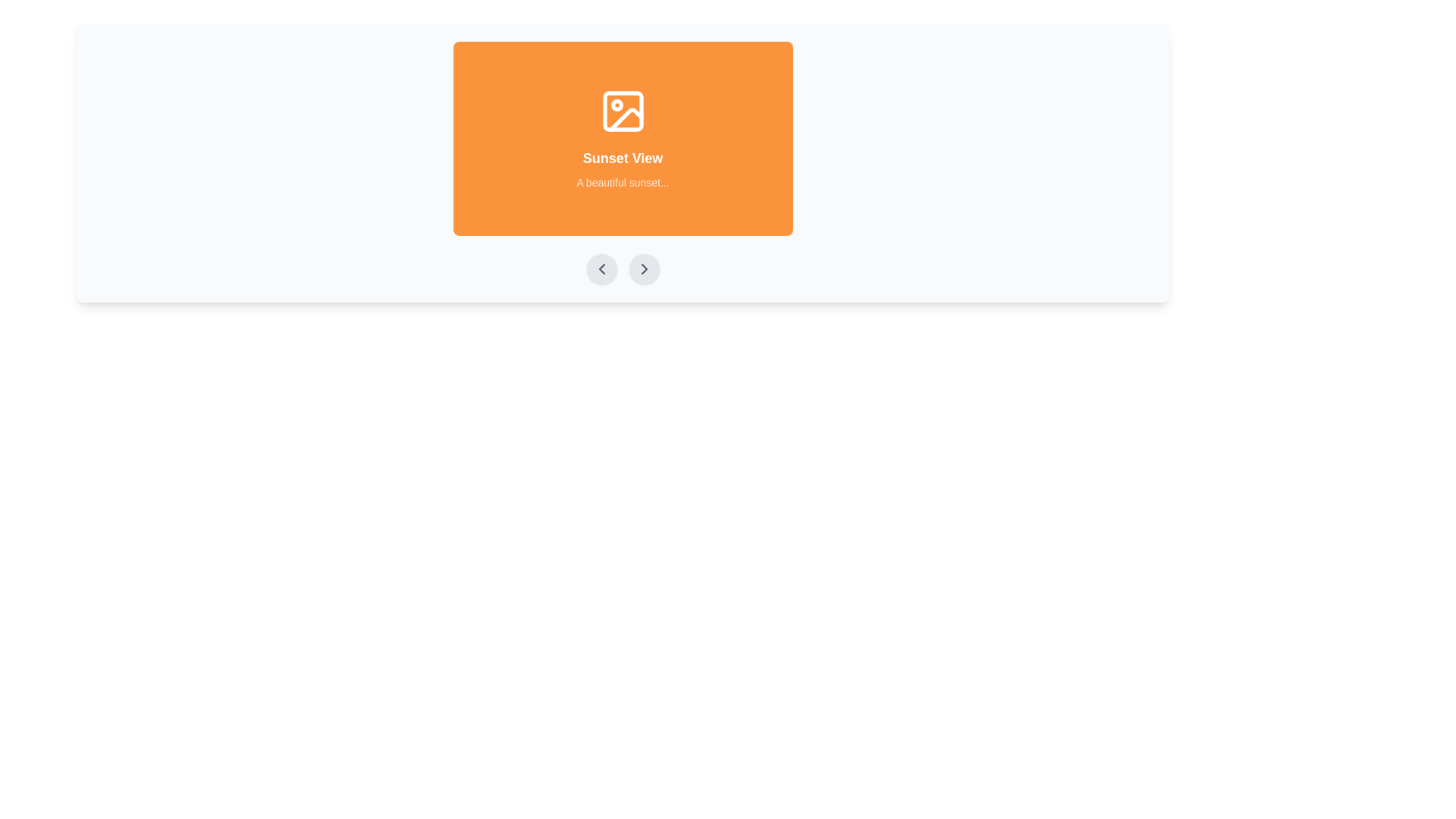 This screenshot has height=819, width=1456. I want to click on the button located at the bottom-right corner of a card interface that navigates to the next item in a sequence, so click(644, 268).